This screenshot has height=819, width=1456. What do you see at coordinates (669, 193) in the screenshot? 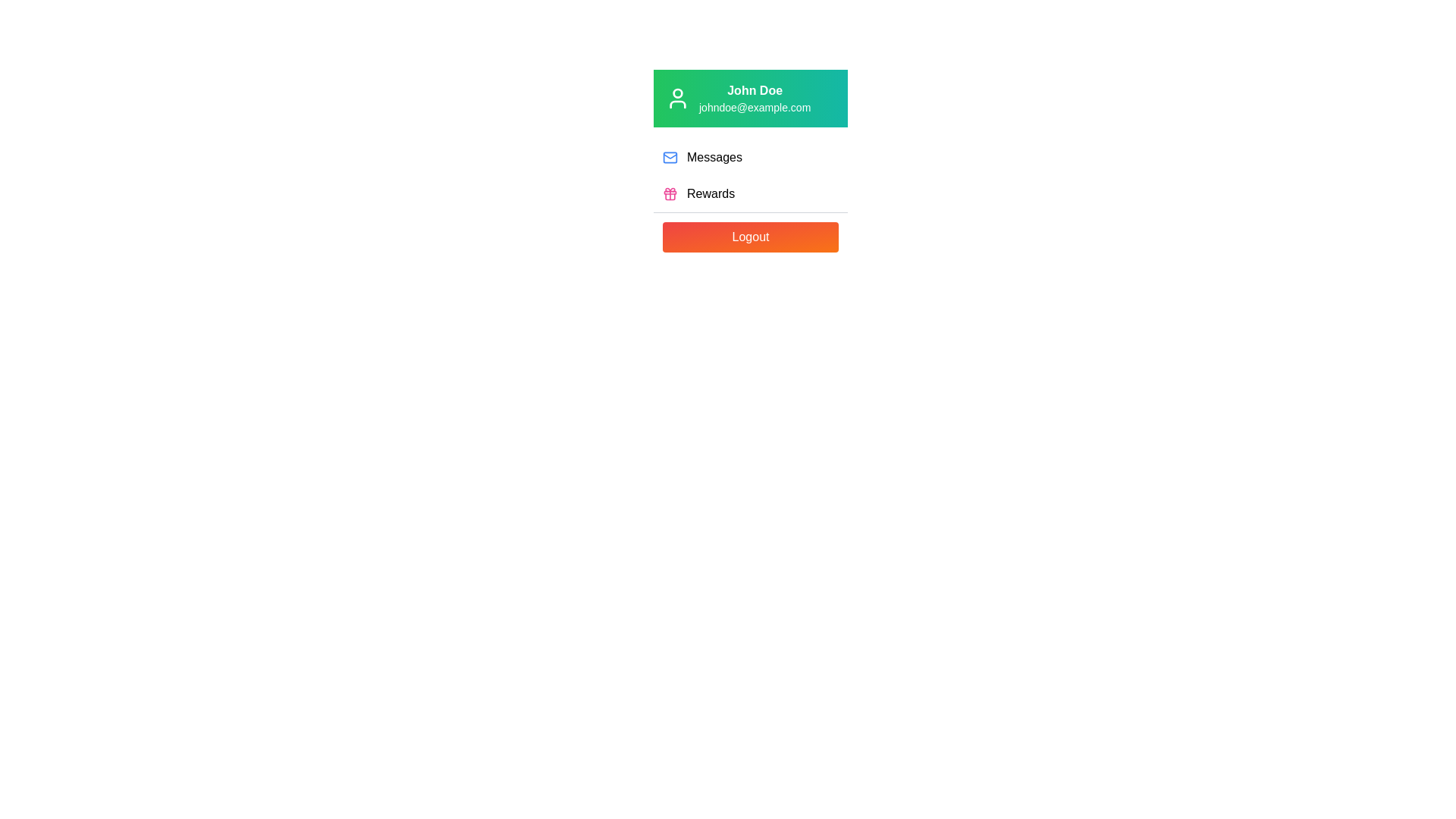
I see `the 'Rewards' icon in the vertical menu` at bounding box center [669, 193].